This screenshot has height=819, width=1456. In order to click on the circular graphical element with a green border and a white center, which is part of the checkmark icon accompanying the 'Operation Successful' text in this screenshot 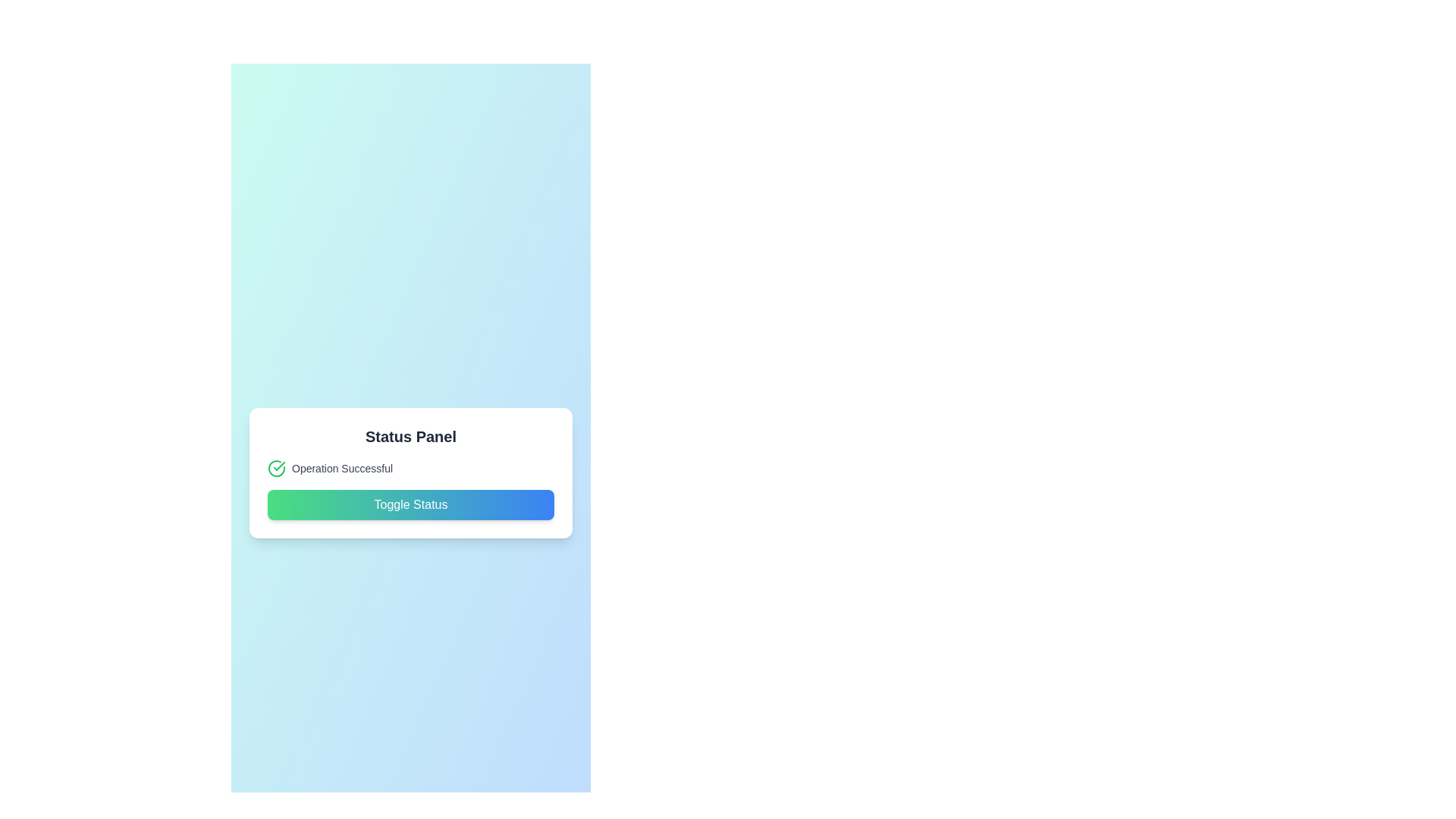, I will do `click(276, 467)`.